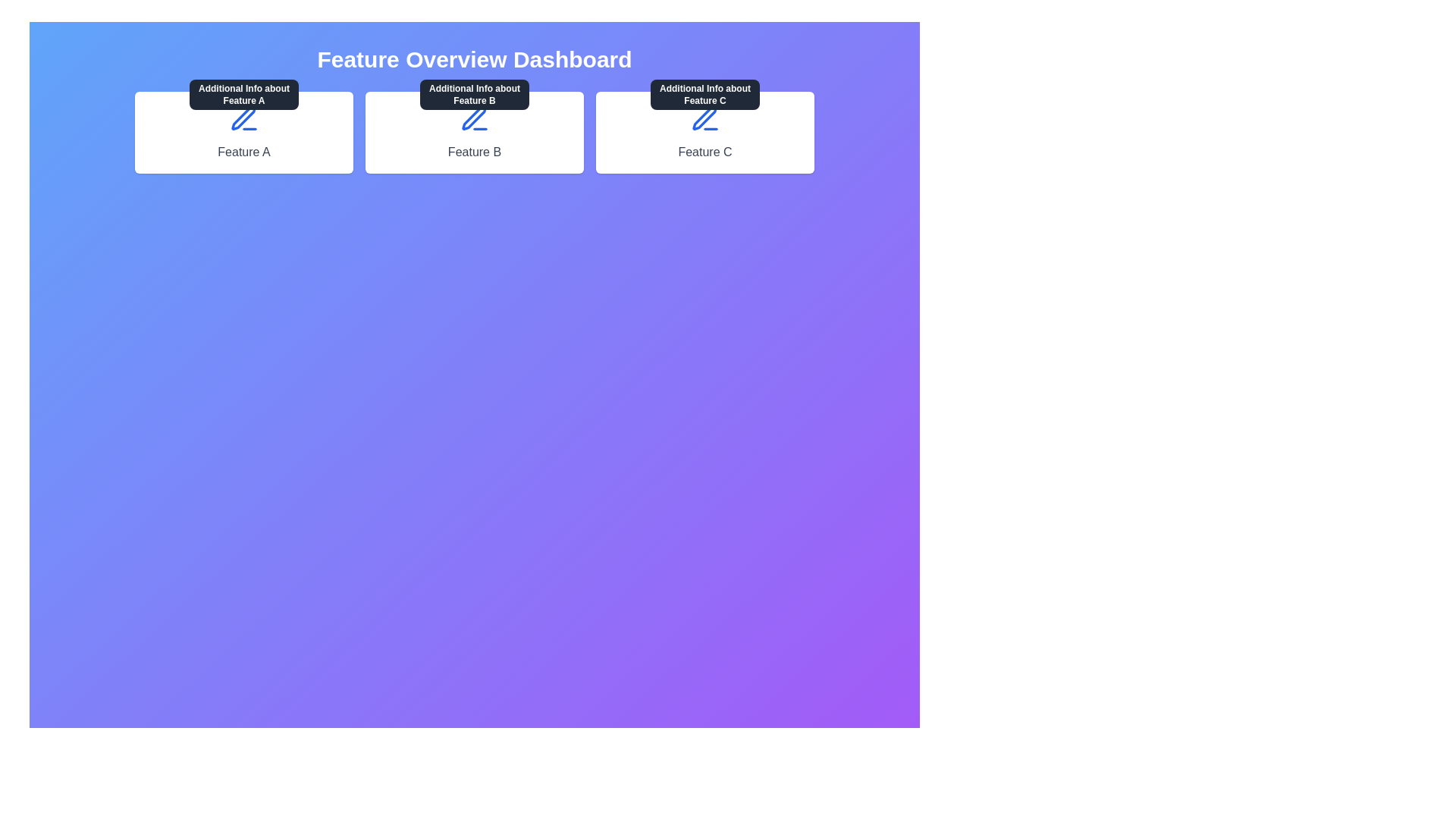 The image size is (1456, 819). I want to click on the editing icon for 'Feature B', so click(473, 118).